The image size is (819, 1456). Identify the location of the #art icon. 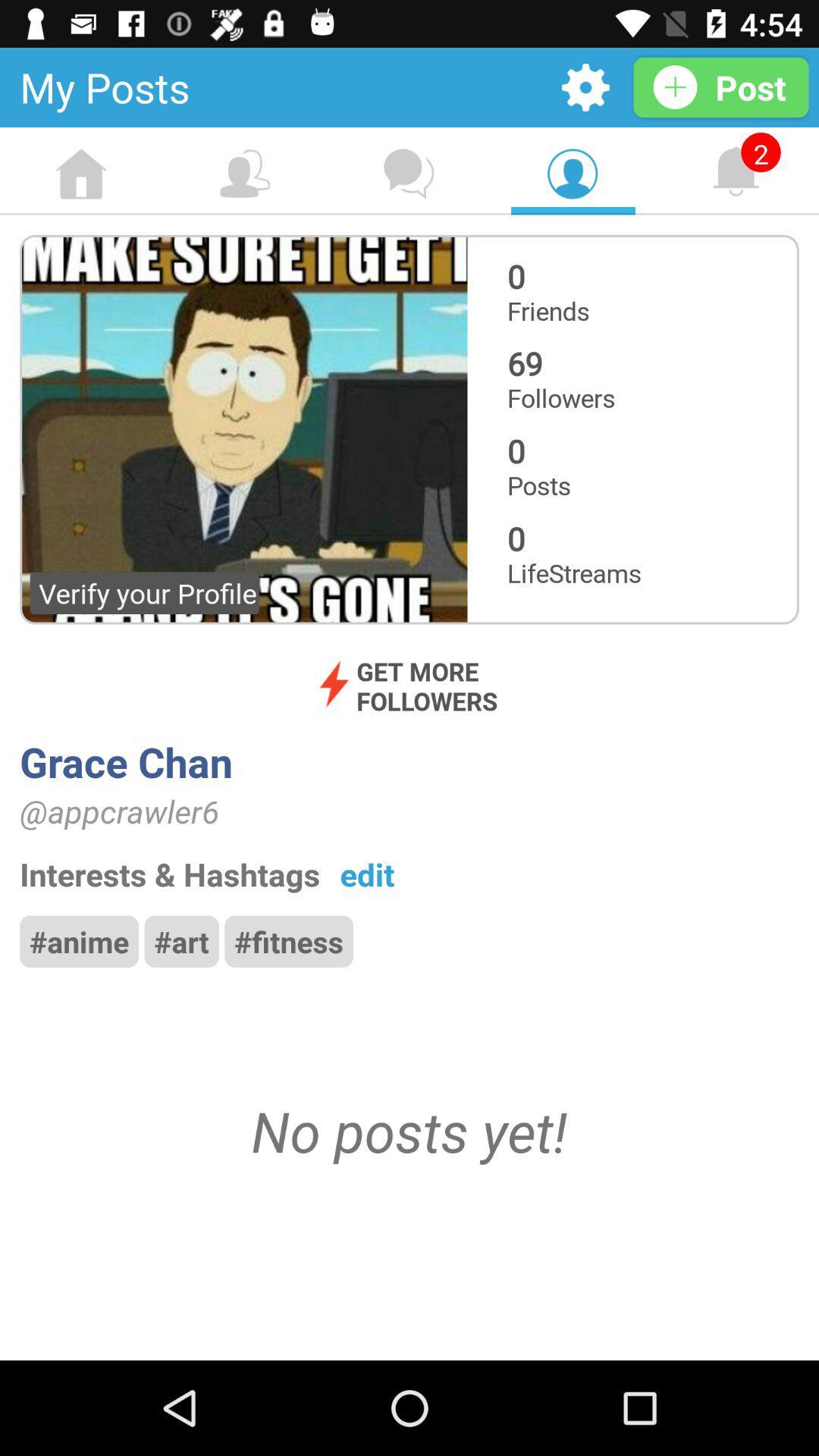
(180, 940).